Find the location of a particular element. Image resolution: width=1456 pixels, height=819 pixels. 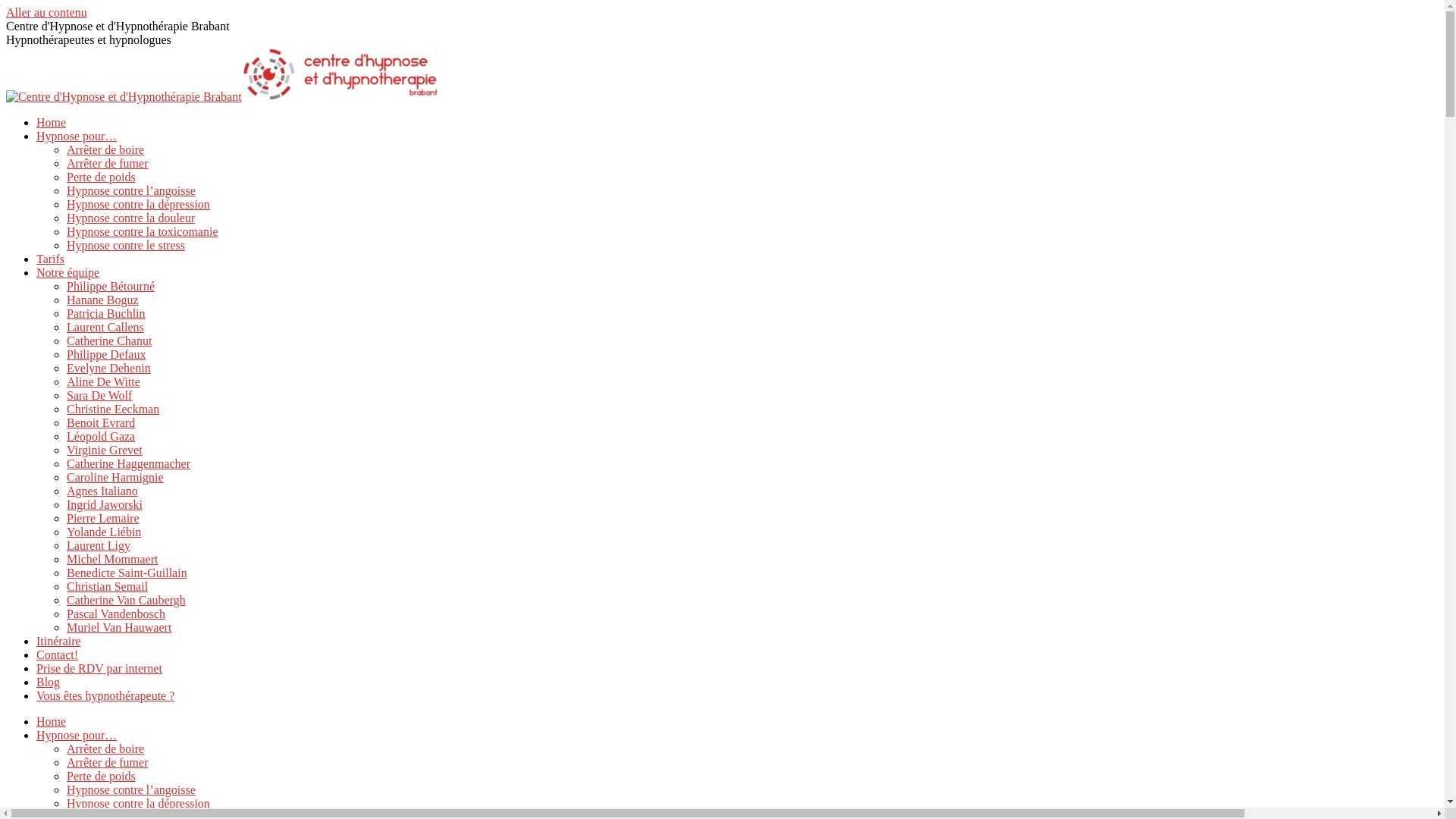

'Catherine Haggenmacher' is located at coordinates (128, 463).